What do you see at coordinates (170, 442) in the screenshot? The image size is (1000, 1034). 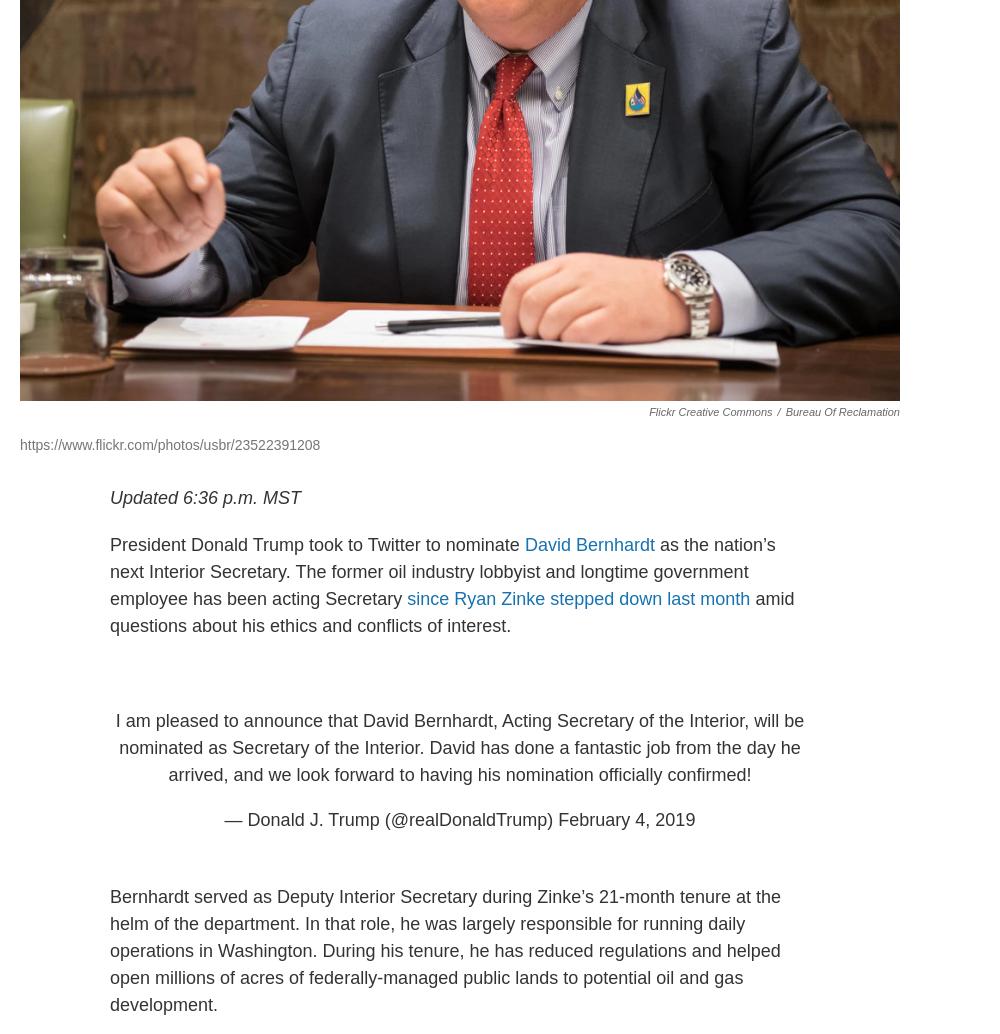 I see `'https://www.flickr.com/photos/usbr/23522391208'` at bounding box center [170, 442].